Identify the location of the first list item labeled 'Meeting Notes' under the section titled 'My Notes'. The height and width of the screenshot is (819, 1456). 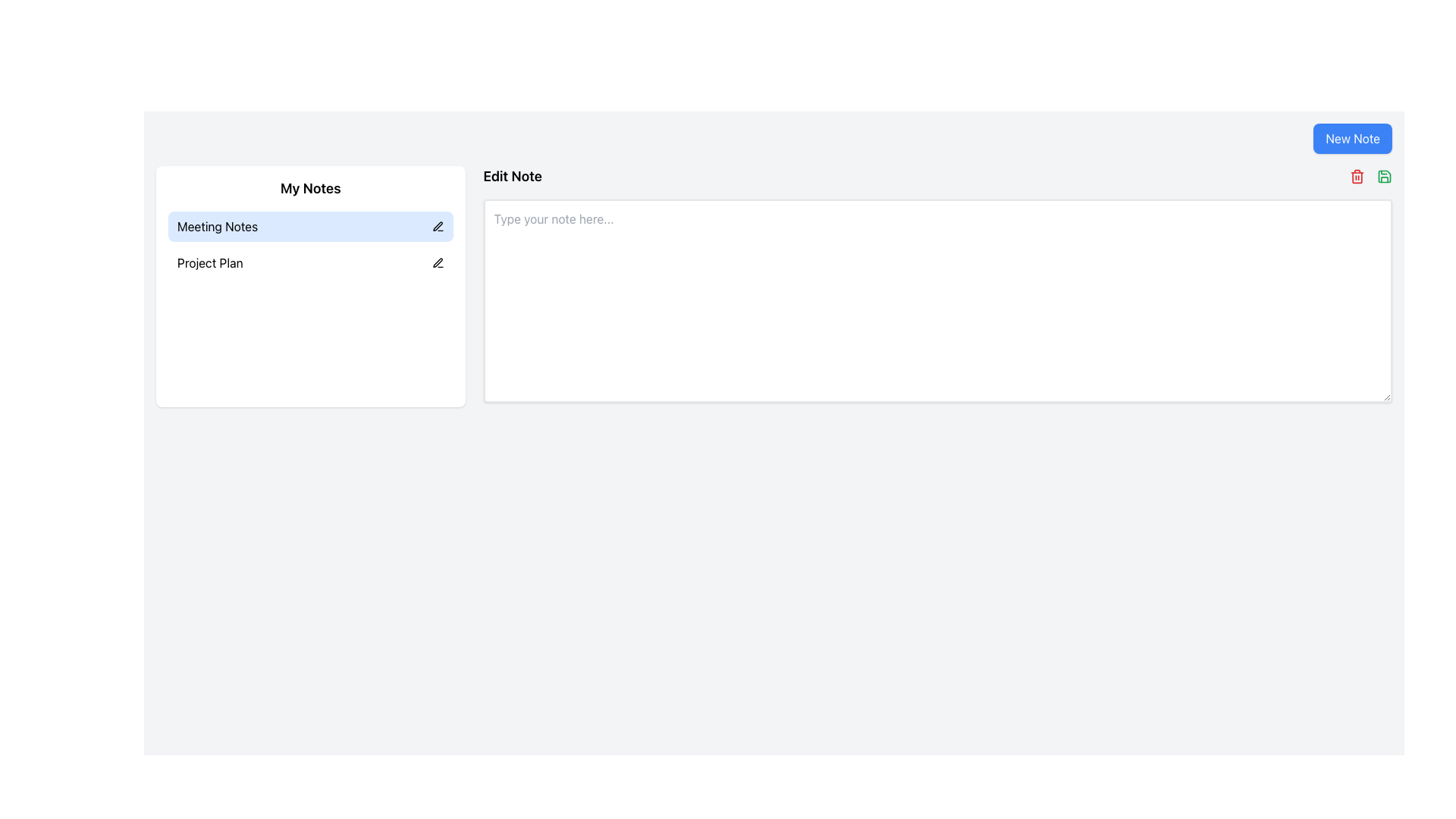
(309, 244).